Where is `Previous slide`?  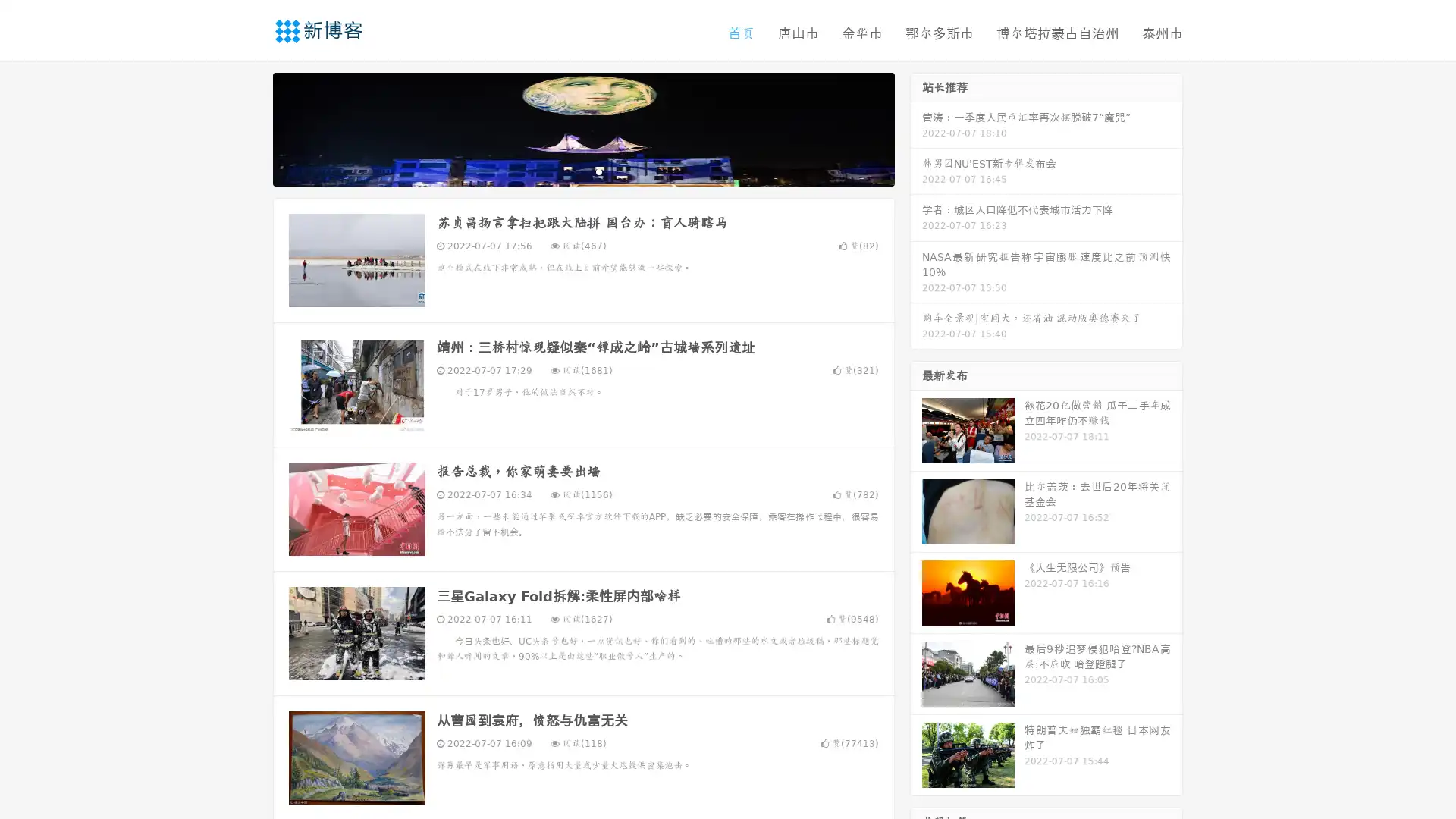 Previous slide is located at coordinates (250, 127).